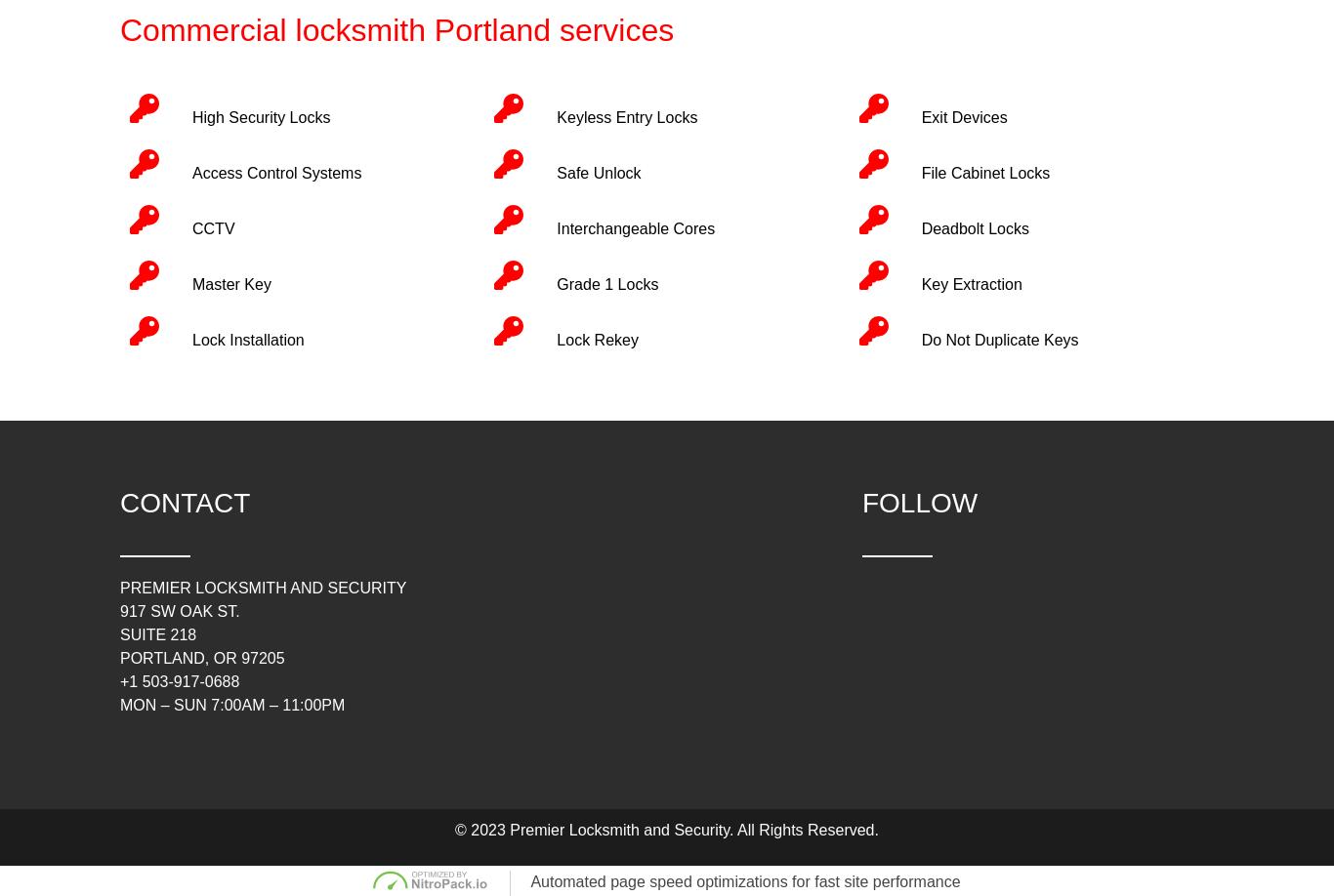  I want to click on 'Follow', so click(919, 502).